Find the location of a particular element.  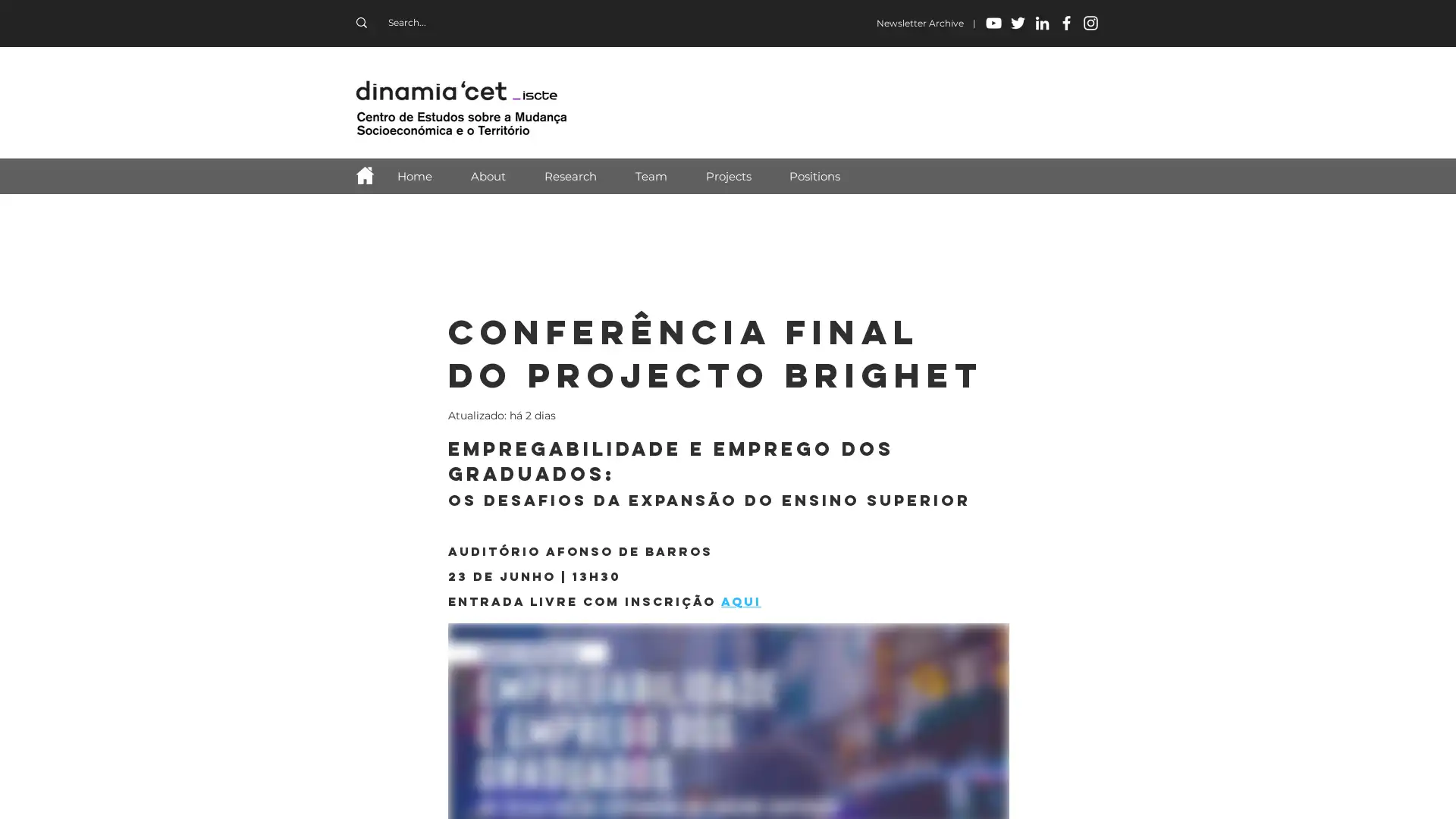

Aceitar is located at coordinates (1387, 794).